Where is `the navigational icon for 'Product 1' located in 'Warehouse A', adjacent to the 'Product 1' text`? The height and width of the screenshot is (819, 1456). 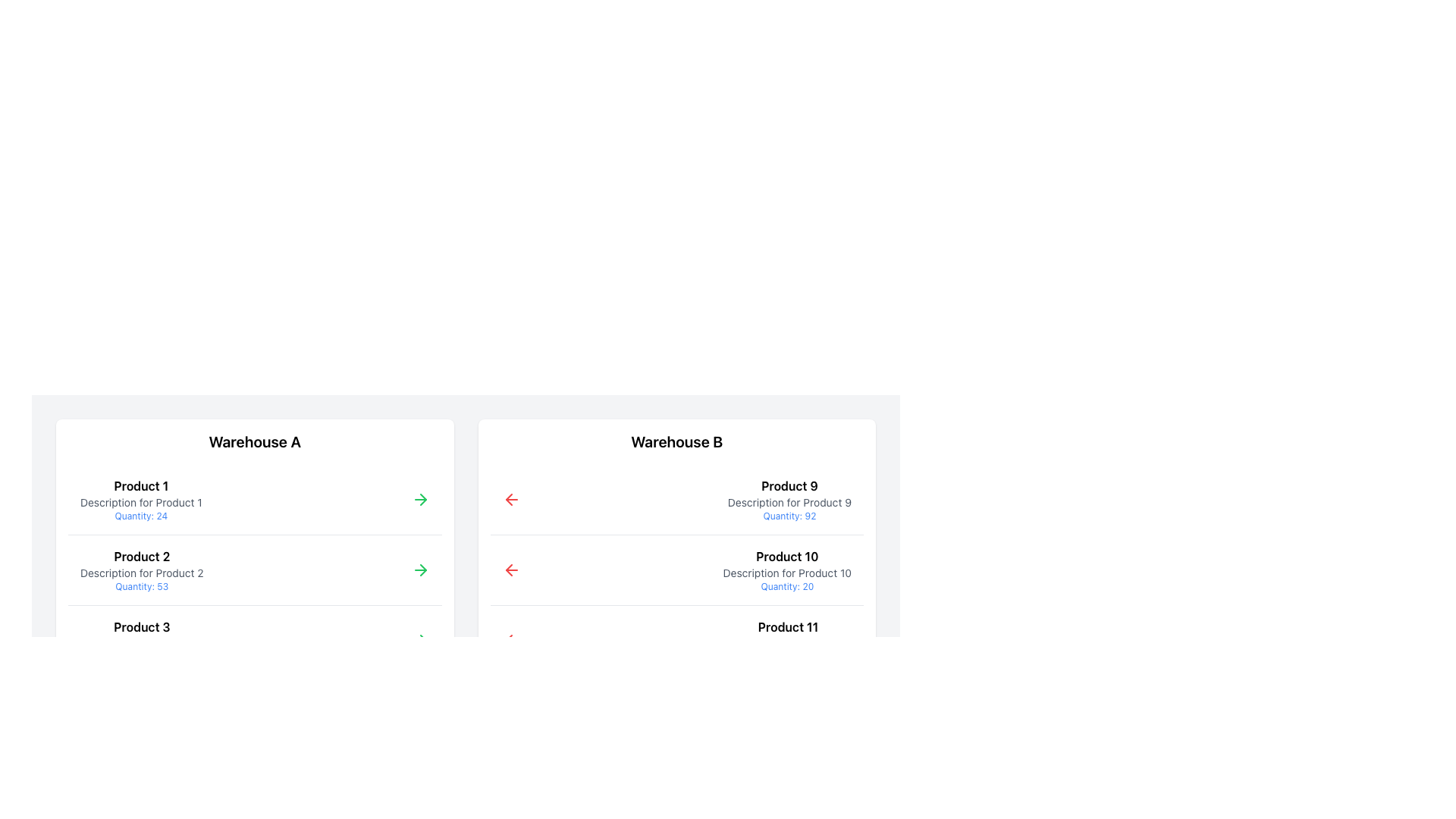 the navigational icon for 'Product 1' located in 'Warehouse A', adjacent to the 'Product 1' text is located at coordinates (422, 500).